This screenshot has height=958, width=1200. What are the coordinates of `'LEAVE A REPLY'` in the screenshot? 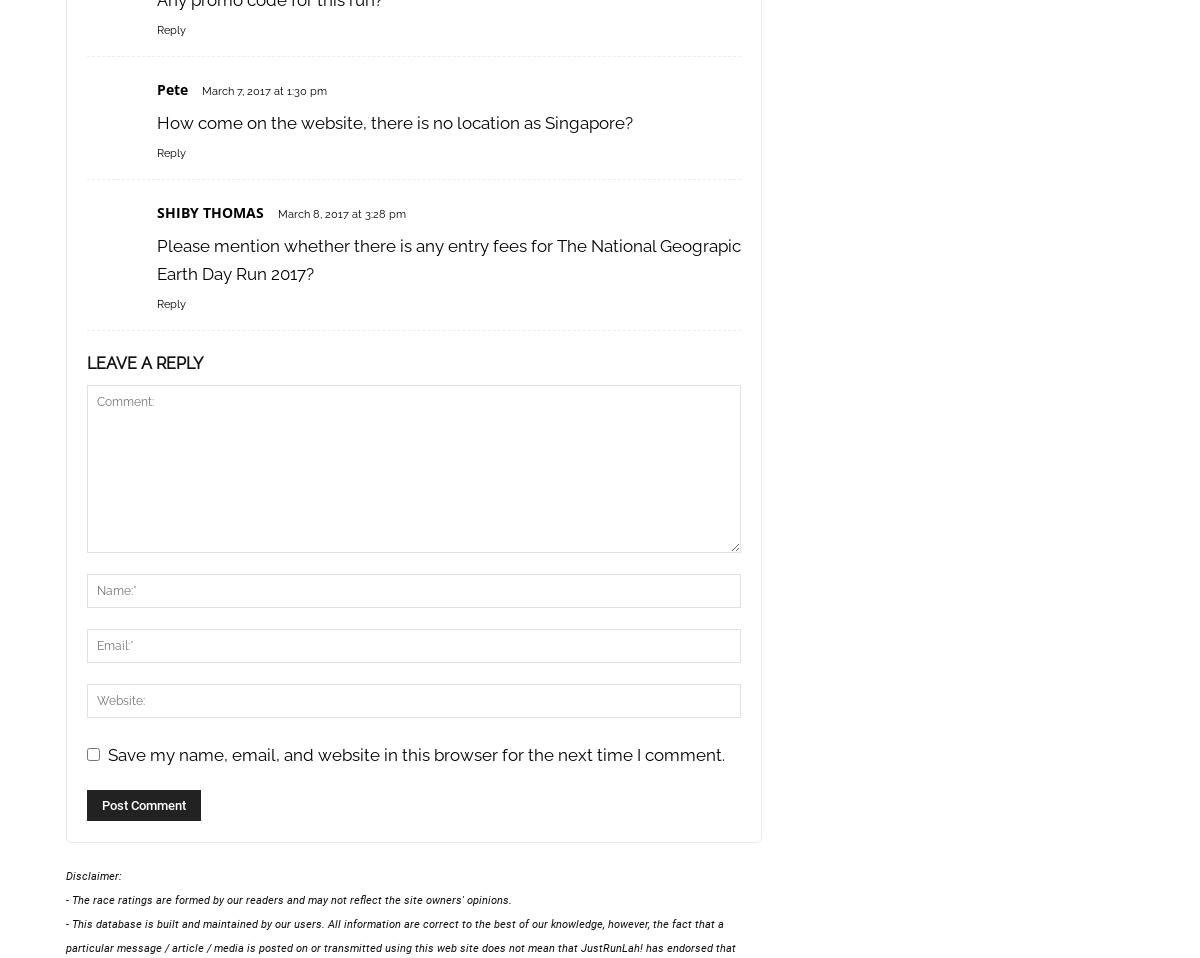 It's located at (144, 362).